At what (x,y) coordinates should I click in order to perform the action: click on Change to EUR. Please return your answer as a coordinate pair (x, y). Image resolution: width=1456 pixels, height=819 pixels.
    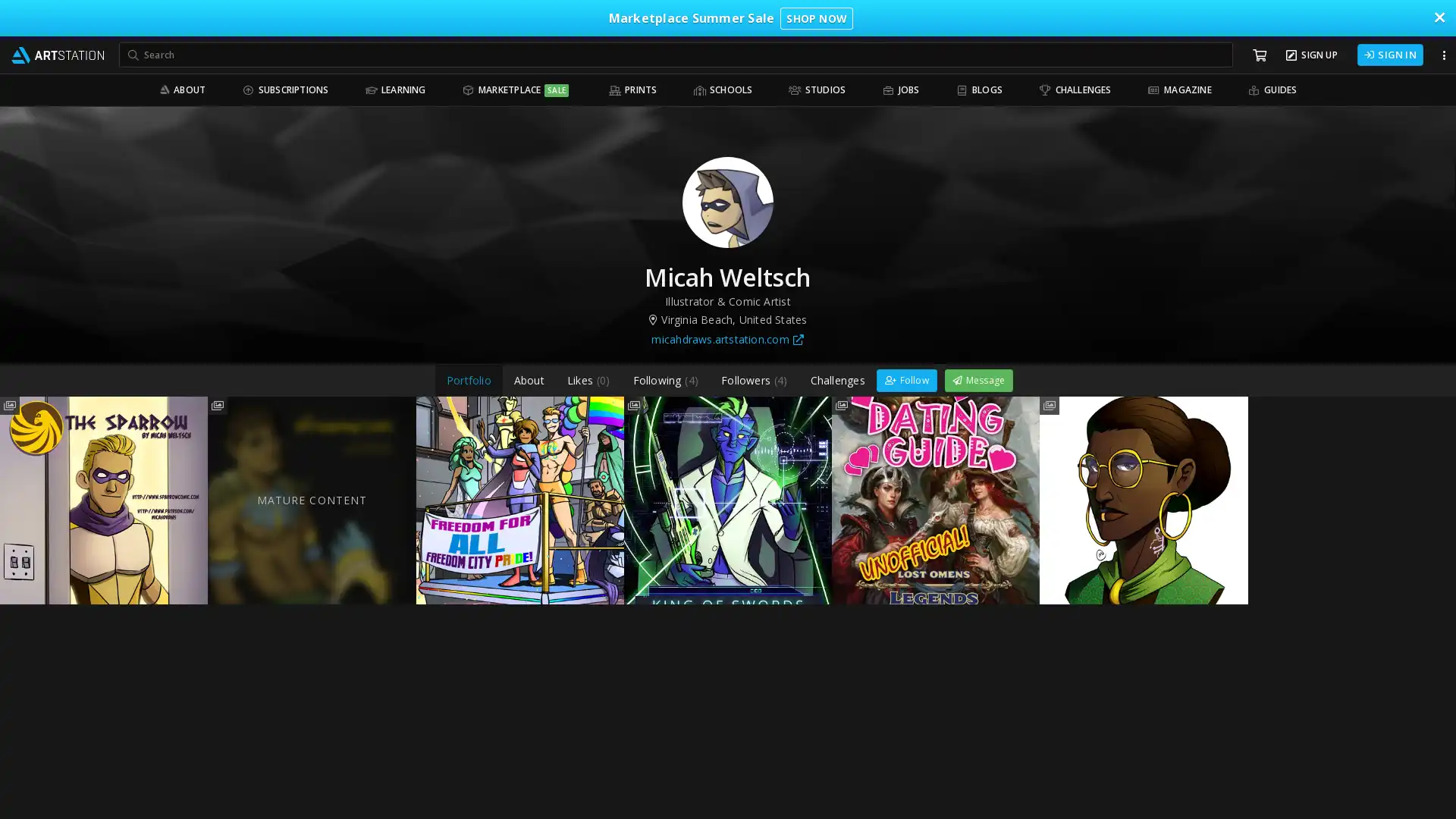
    Looking at the image, I should click on (821, 324).